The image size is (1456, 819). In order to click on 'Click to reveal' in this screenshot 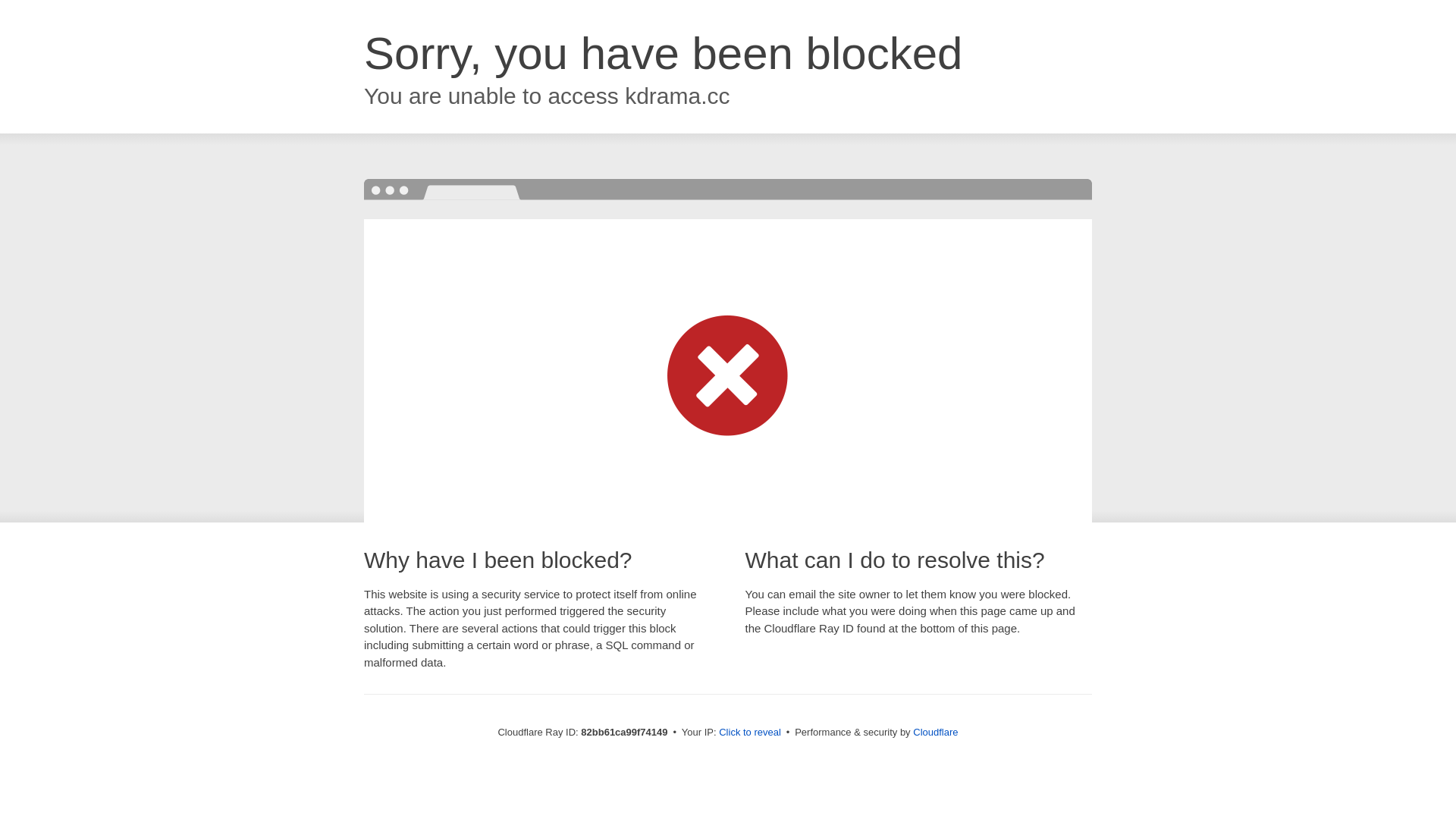, I will do `click(749, 731)`.